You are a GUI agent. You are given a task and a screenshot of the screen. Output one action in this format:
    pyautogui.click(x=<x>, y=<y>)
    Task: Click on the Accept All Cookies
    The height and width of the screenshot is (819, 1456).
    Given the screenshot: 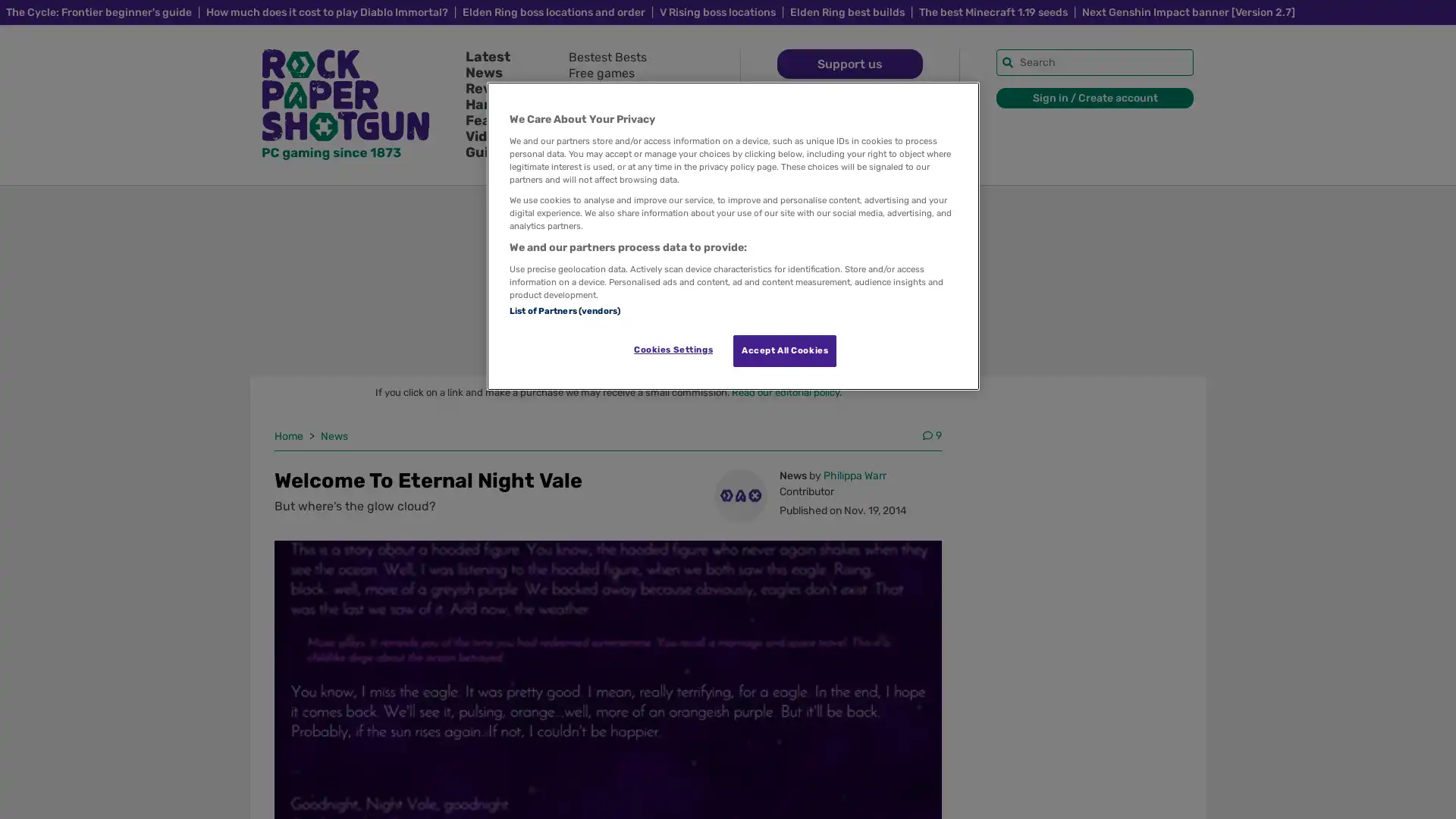 What is the action you would take?
    pyautogui.click(x=785, y=350)
    